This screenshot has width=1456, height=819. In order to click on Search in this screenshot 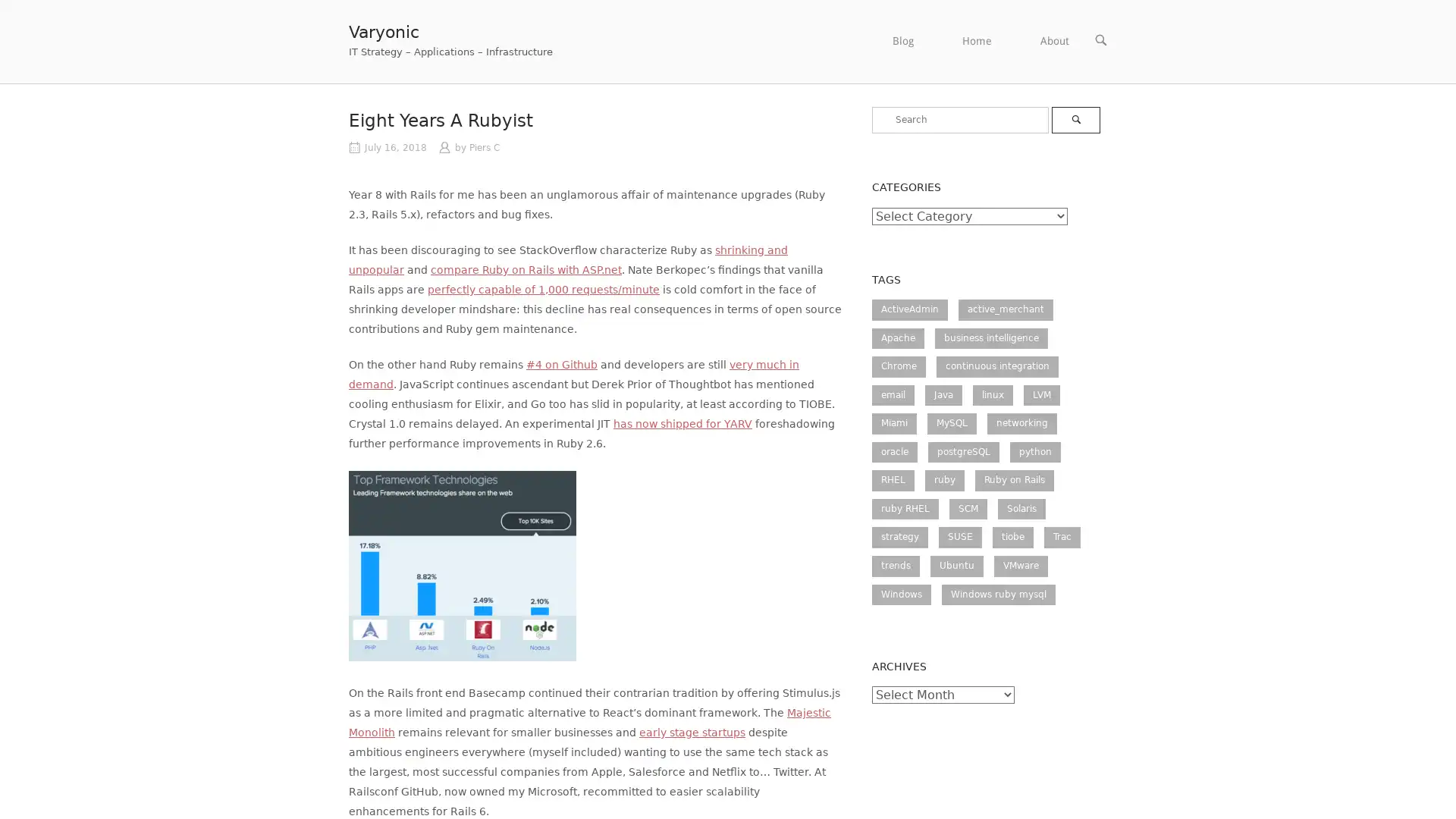, I will do `click(1074, 119)`.